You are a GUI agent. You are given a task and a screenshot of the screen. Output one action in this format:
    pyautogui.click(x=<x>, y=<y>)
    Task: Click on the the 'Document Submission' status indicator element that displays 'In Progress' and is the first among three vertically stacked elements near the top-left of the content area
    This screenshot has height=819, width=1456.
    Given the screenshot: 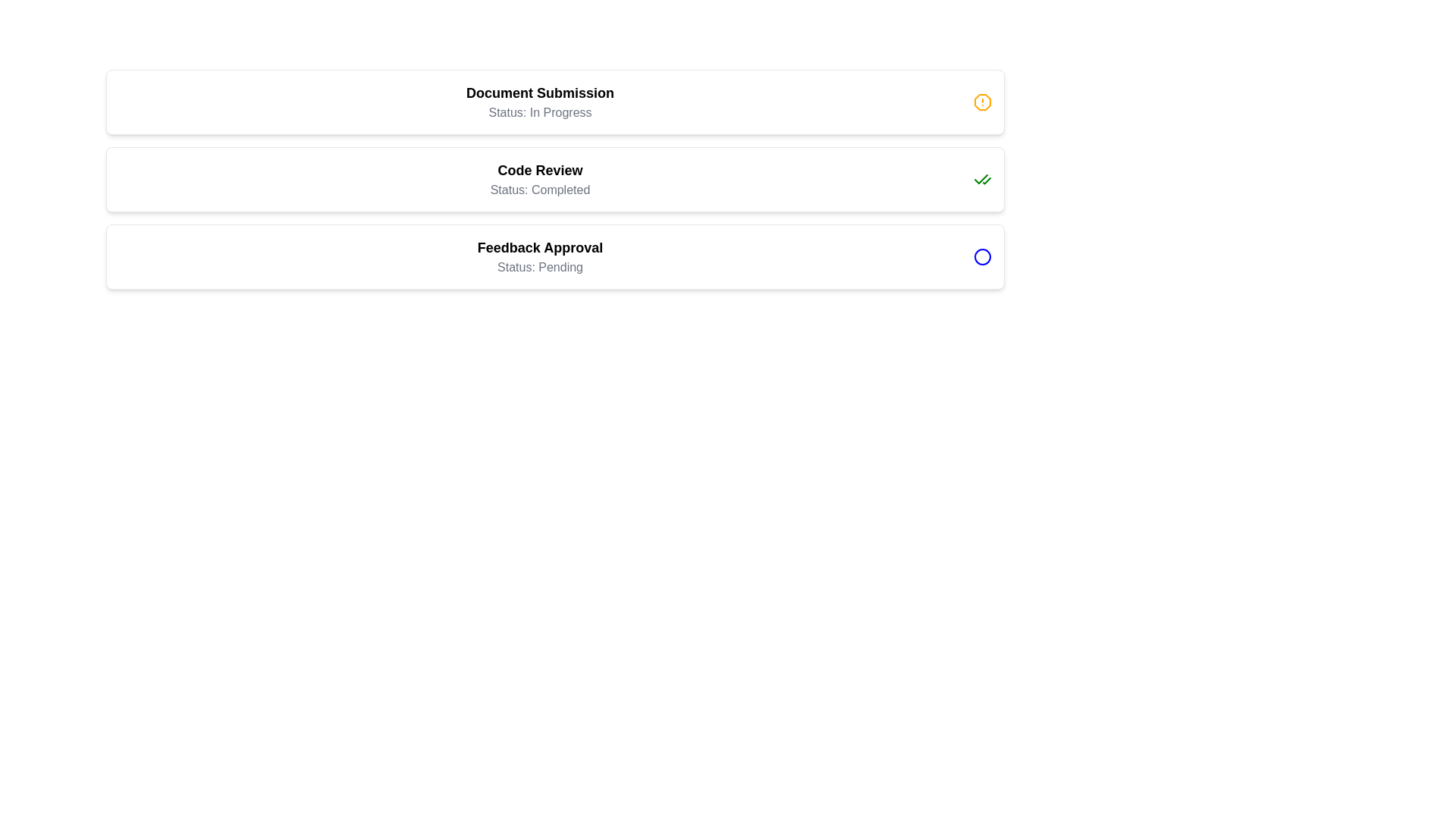 What is the action you would take?
    pyautogui.click(x=540, y=102)
    